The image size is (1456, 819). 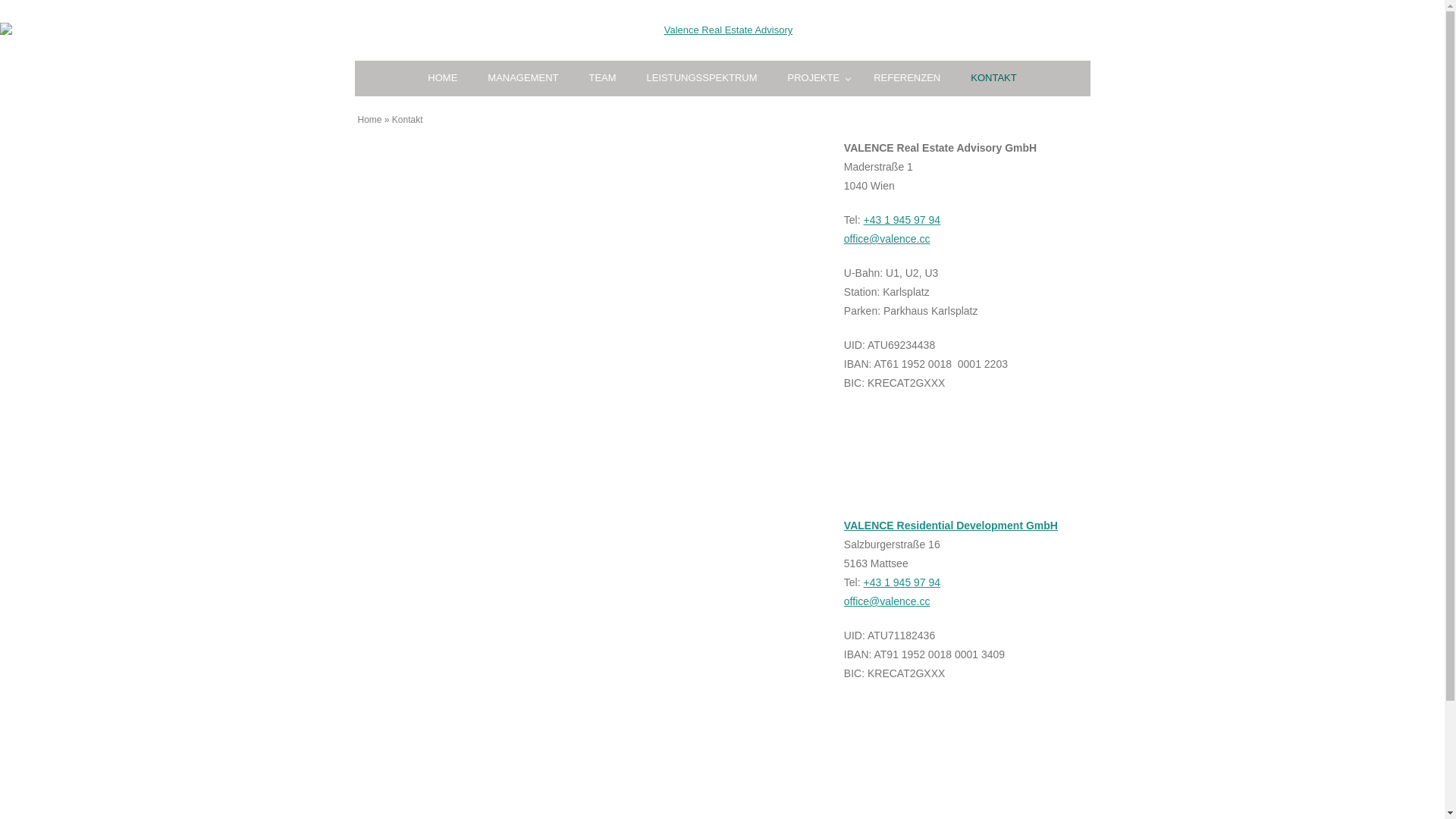 What do you see at coordinates (949, 525) in the screenshot?
I see `'VALENCE Residential Development GmbH'` at bounding box center [949, 525].